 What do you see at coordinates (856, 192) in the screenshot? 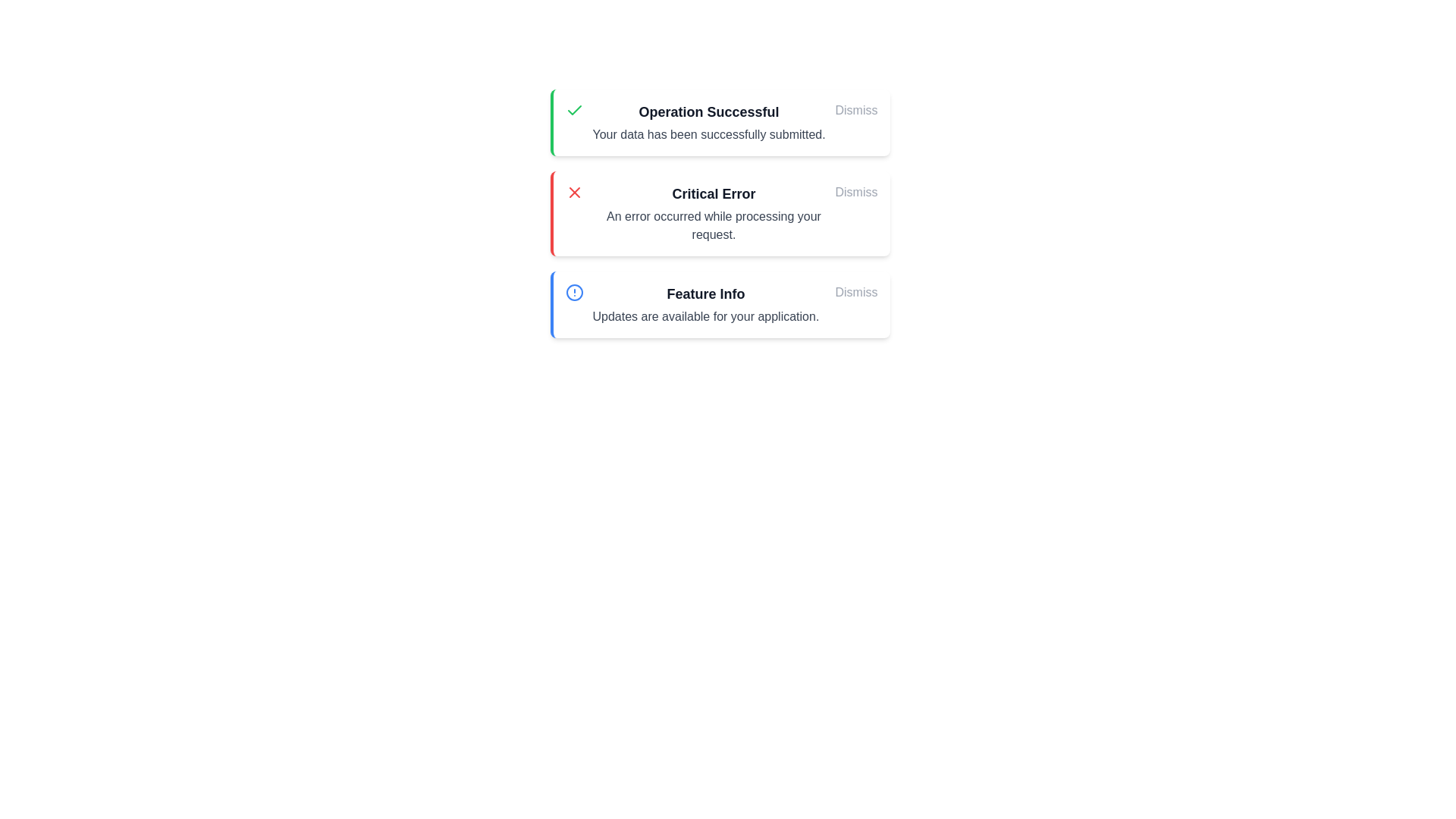
I see `'Dismiss' button for the message titled 'Critical Error'` at bounding box center [856, 192].